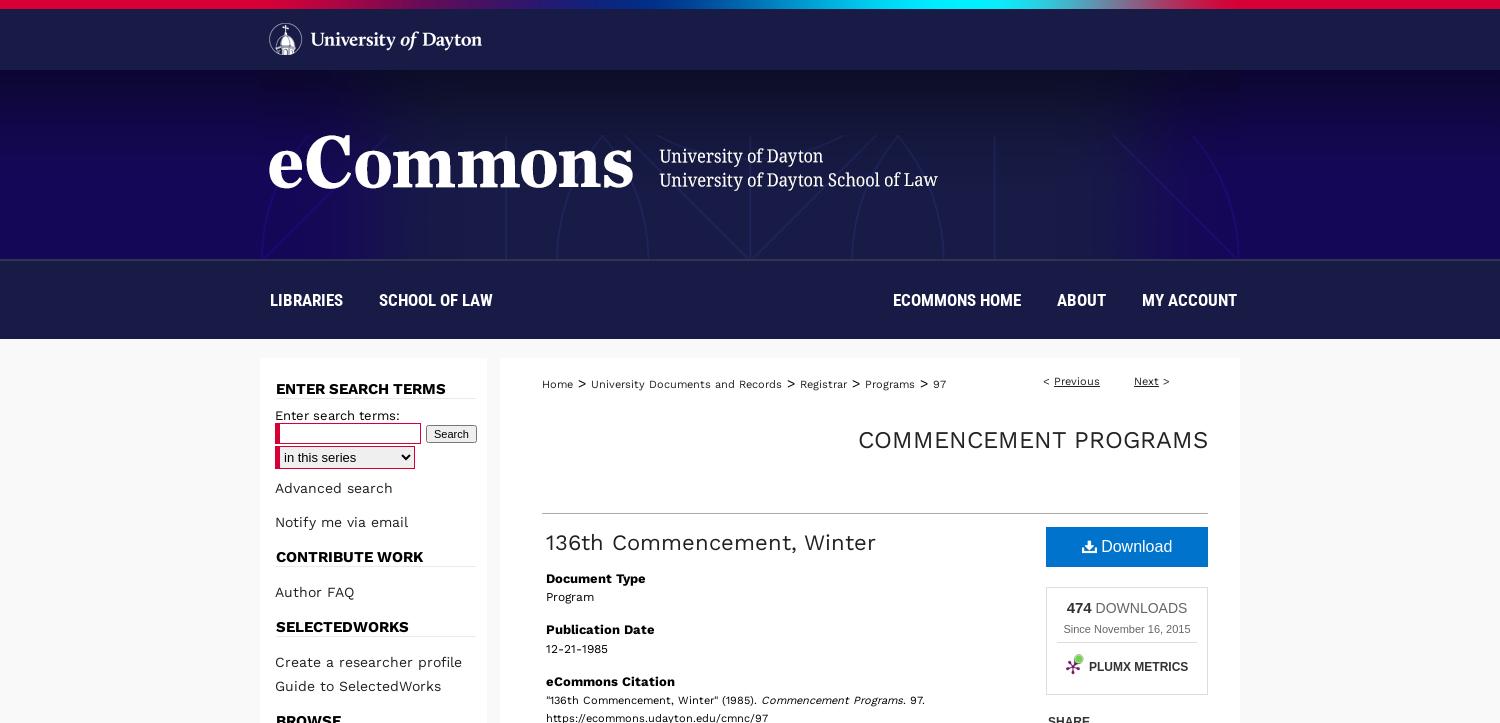 The height and width of the screenshot is (723, 1500). What do you see at coordinates (569, 596) in the screenshot?
I see `'Program'` at bounding box center [569, 596].